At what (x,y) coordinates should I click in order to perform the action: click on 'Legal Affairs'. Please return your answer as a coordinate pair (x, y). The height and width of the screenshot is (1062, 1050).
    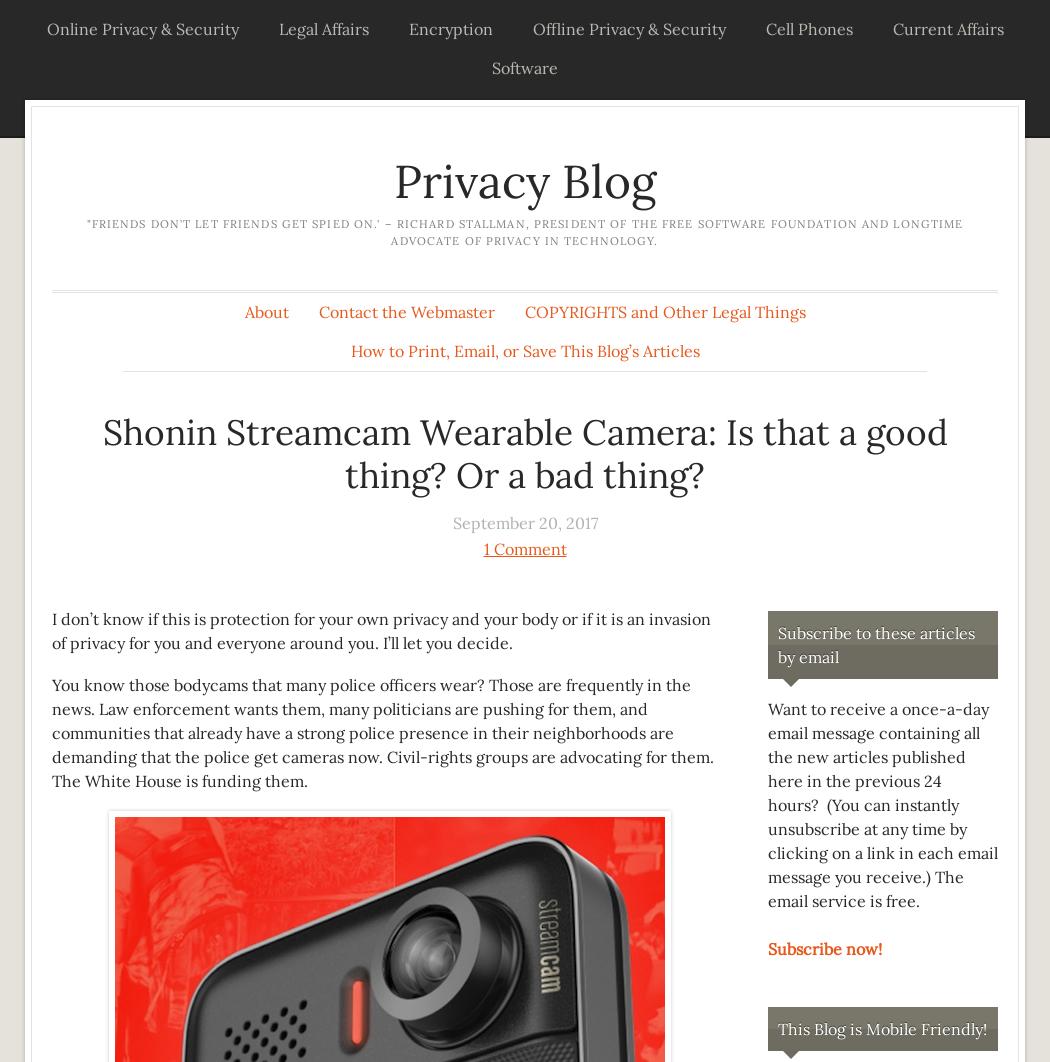
    Looking at the image, I should click on (322, 28).